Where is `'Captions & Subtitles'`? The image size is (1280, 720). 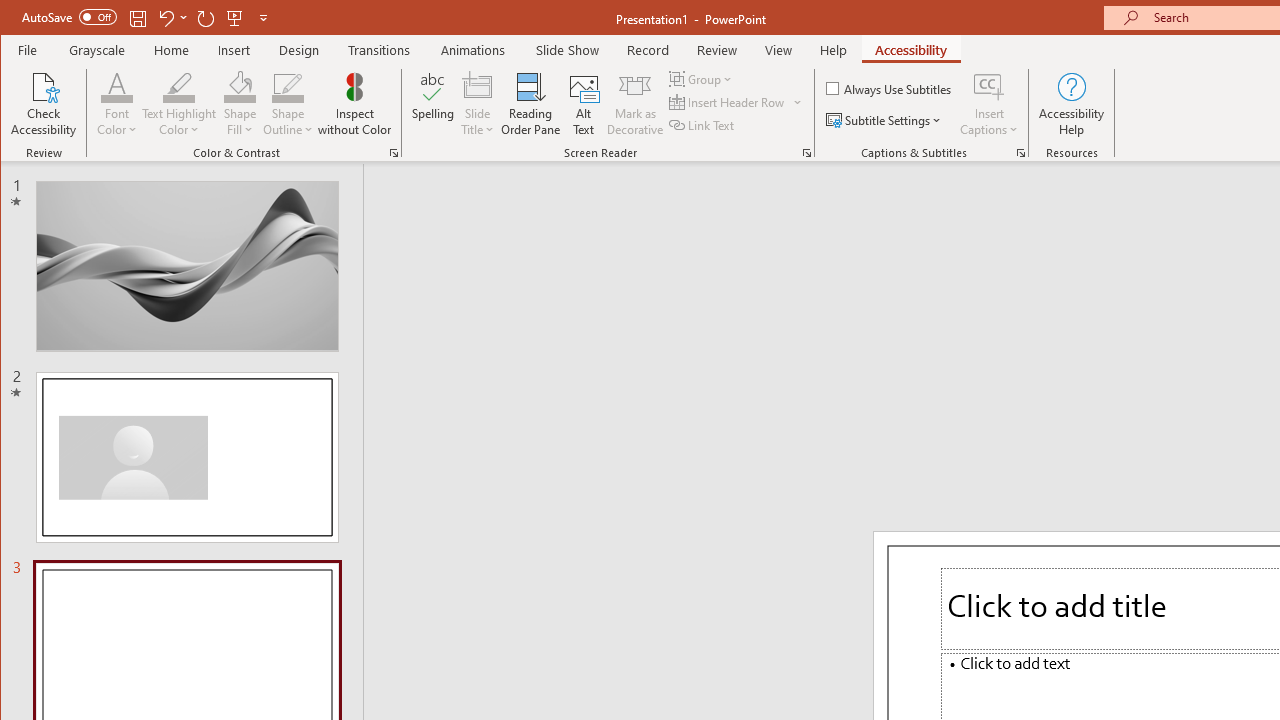 'Captions & Subtitles' is located at coordinates (1020, 152).